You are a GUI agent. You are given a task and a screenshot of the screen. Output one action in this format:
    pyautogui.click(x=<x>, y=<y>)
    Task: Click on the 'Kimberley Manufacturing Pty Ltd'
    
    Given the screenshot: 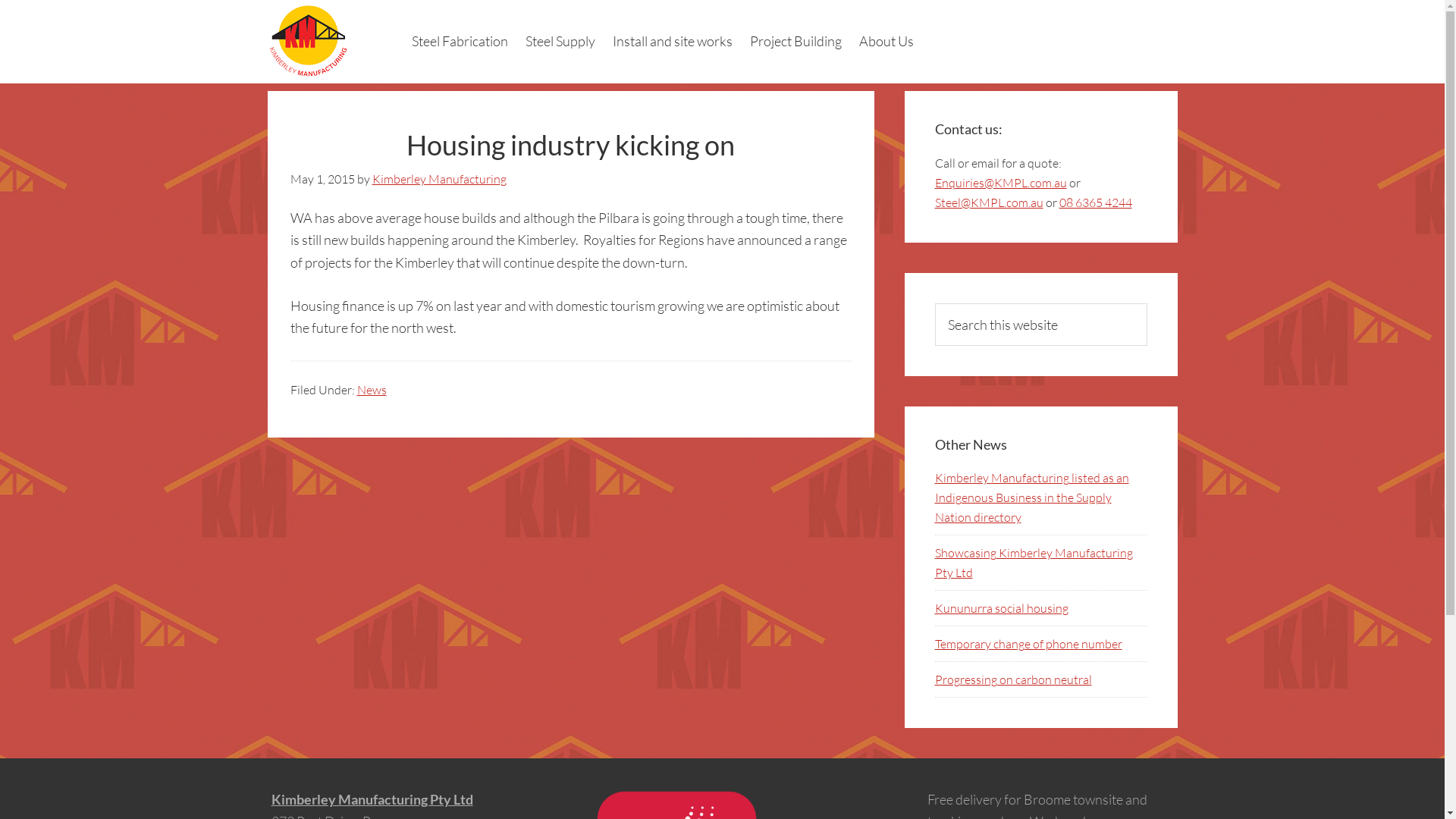 What is the action you would take?
    pyautogui.click(x=334, y=40)
    